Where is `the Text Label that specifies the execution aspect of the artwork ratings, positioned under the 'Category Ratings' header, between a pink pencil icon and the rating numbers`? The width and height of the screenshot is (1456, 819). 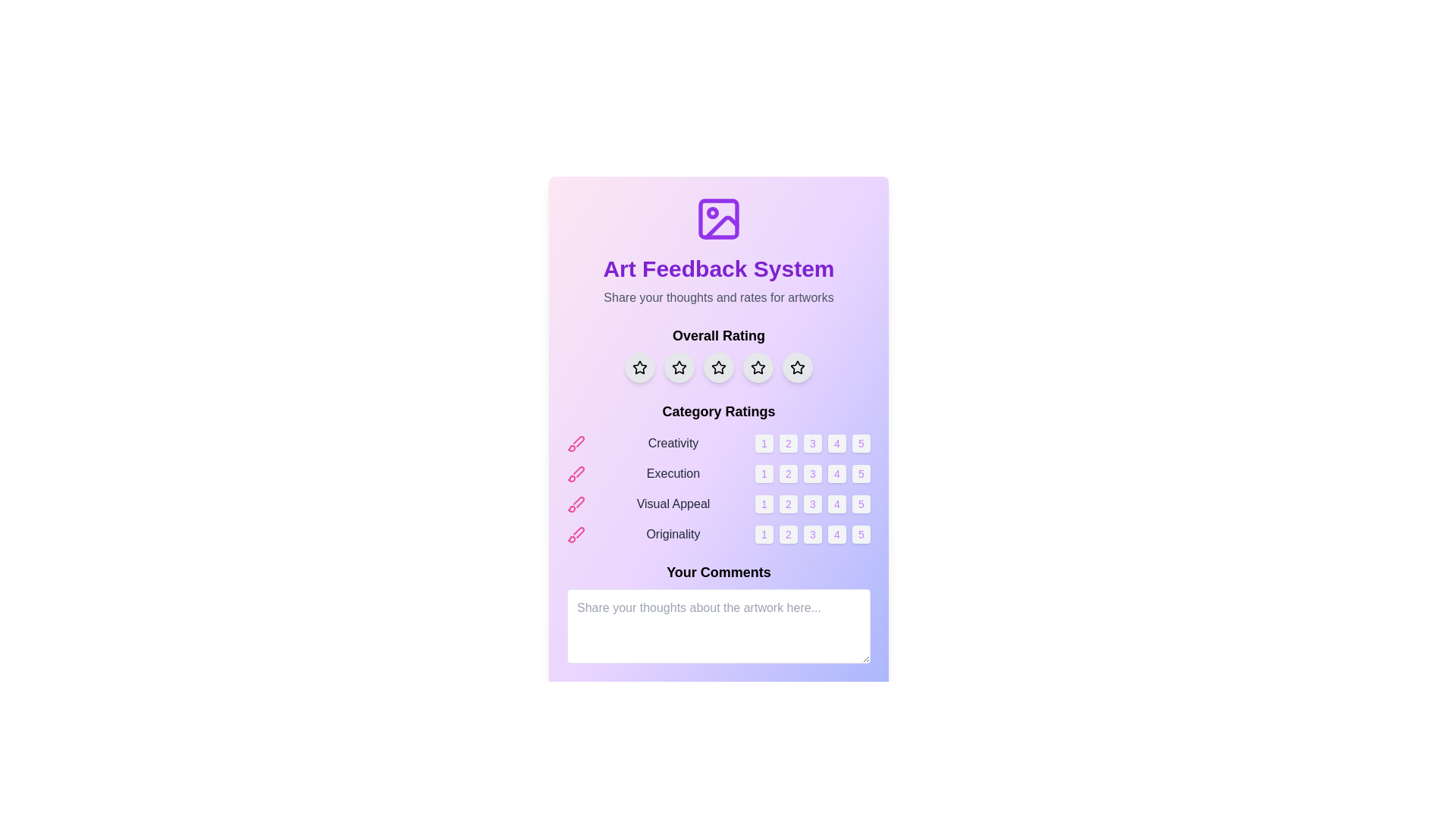
the Text Label that specifies the execution aspect of the artwork ratings, positioned under the 'Category Ratings' header, between a pink pencil icon and the rating numbers is located at coordinates (673, 472).